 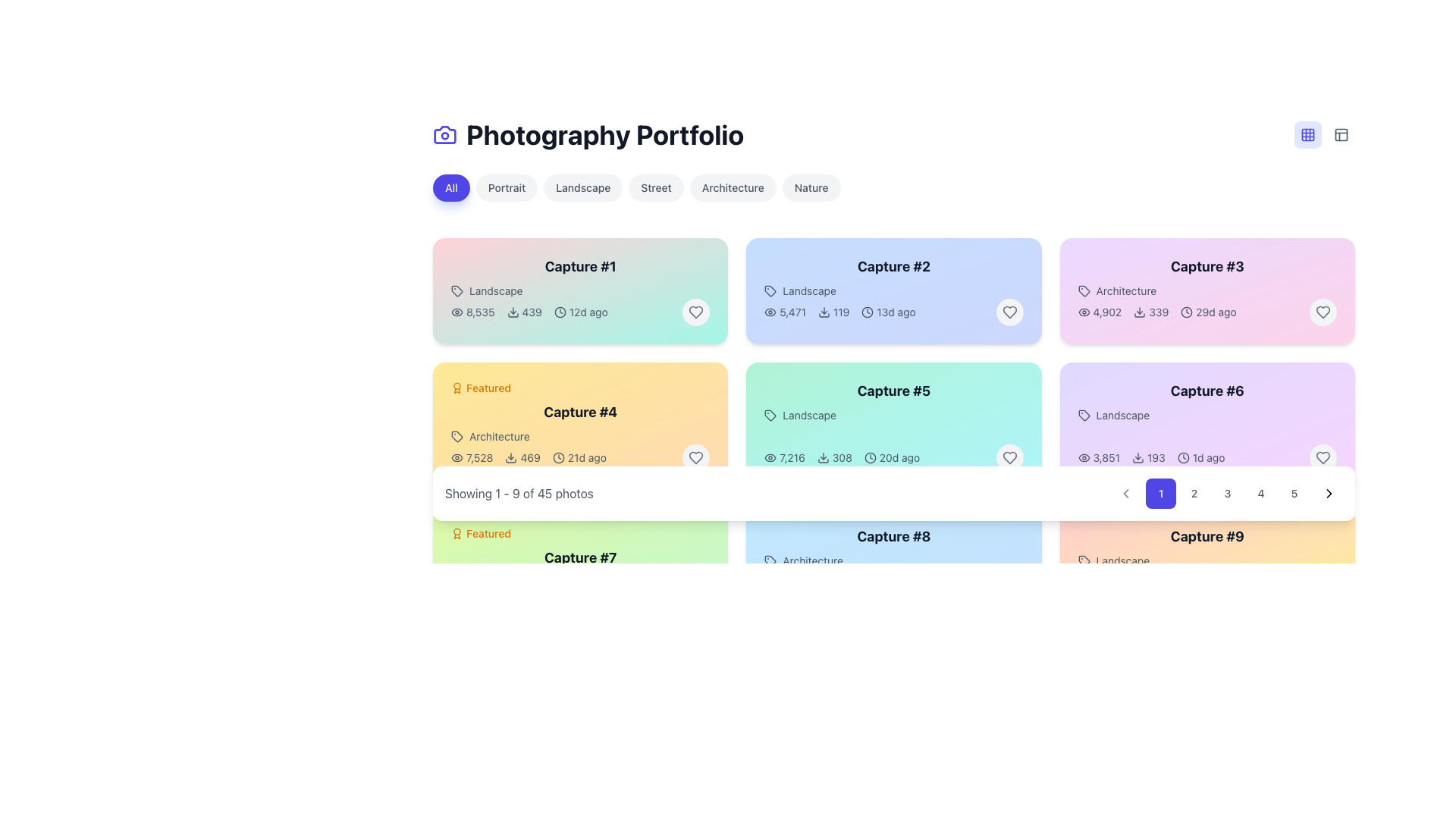 I want to click on the 'Architecture' button, which is a rectangular button with a light gray background and dark gray text, so click(x=733, y=187).